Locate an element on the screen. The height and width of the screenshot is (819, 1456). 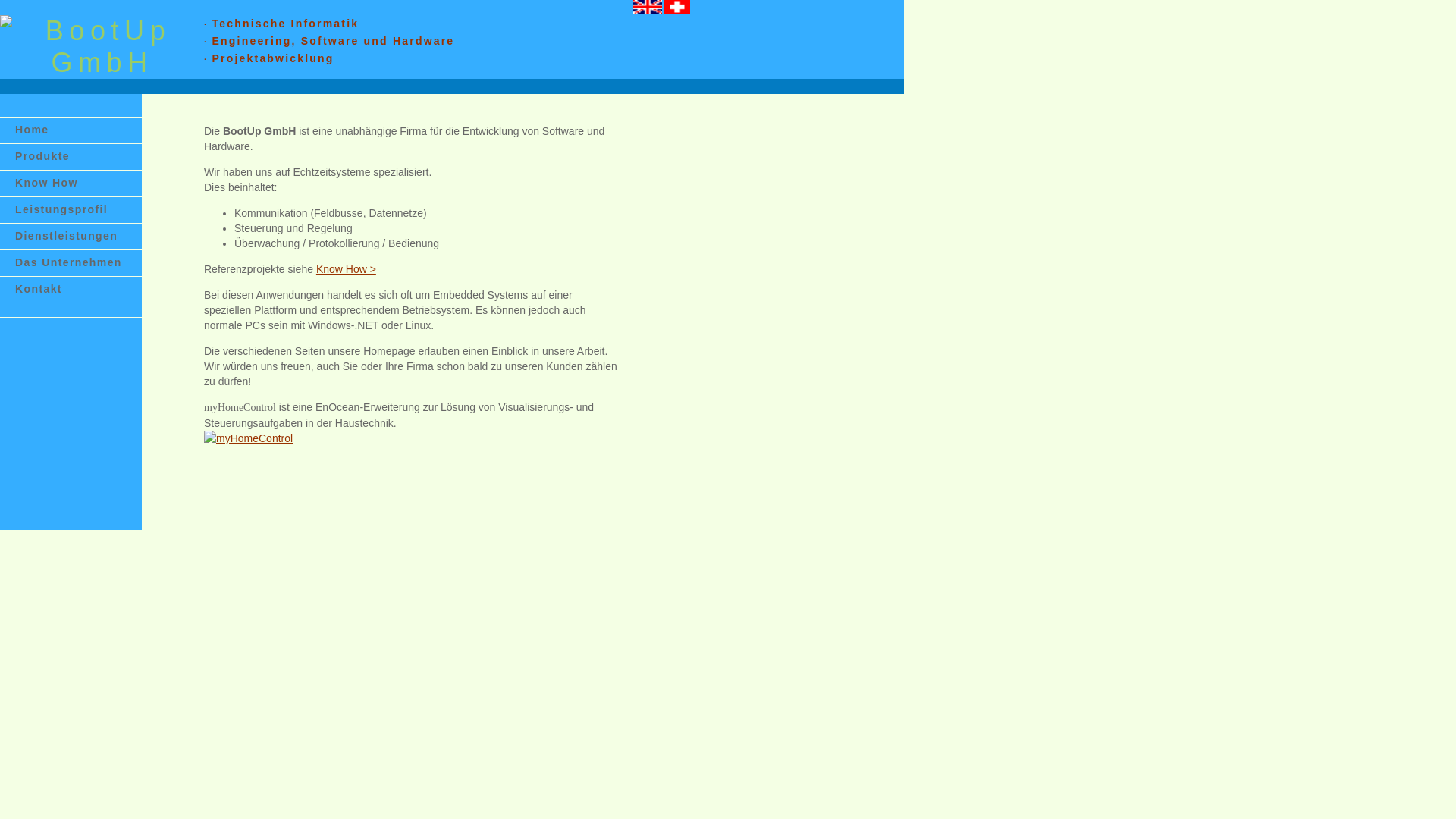
'Know How' is located at coordinates (70, 183).